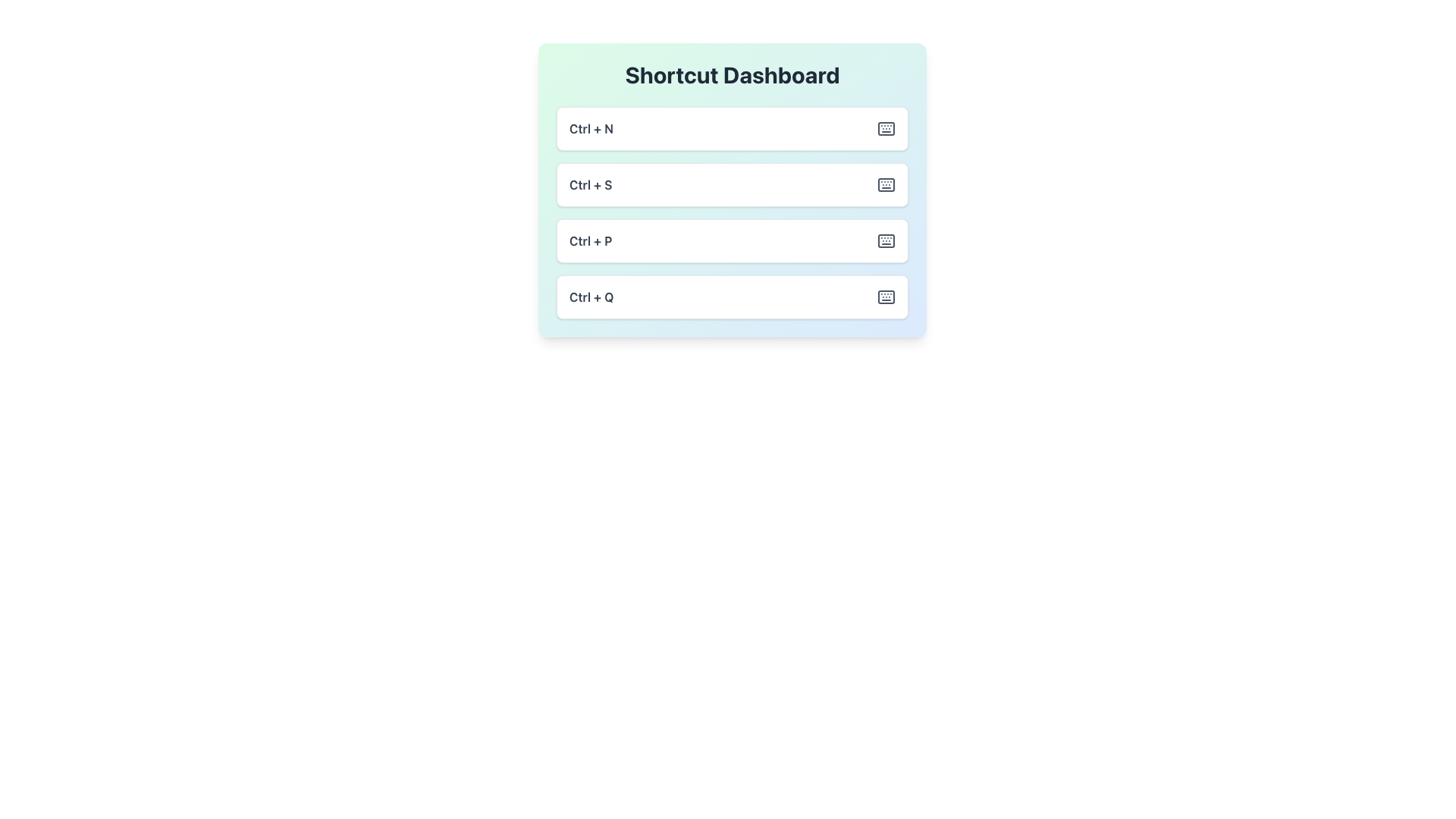 Image resolution: width=1456 pixels, height=819 pixels. Describe the element at coordinates (886, 297) in the screenshot. I see `the keyboard shortcut indicator icon located on the right side of the bottommost button in the Shortcut Dashboard UI, aligned with the text 'Ctrl + Q'` at that location.